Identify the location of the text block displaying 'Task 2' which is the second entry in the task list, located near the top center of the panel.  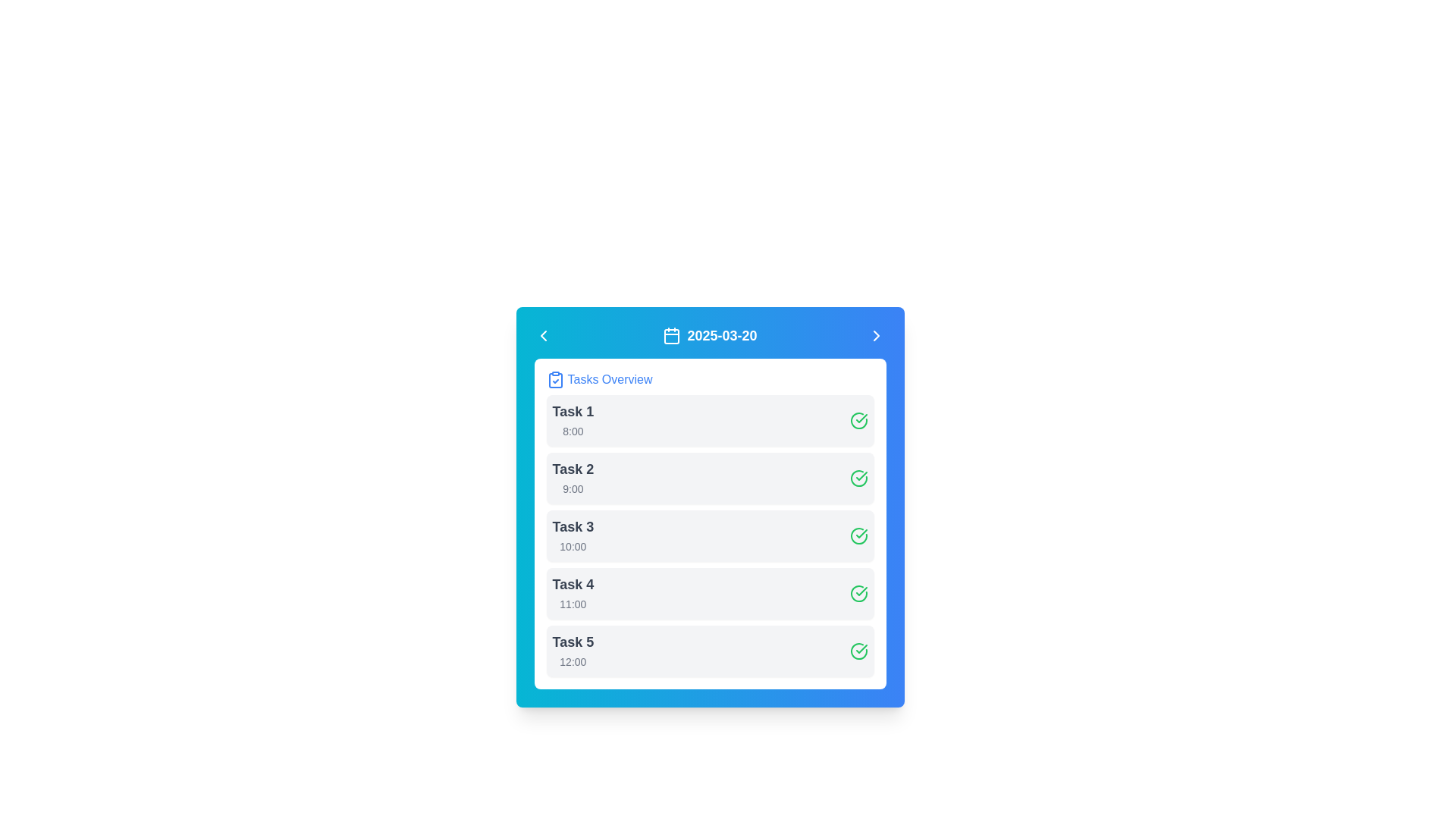
(572, 479).